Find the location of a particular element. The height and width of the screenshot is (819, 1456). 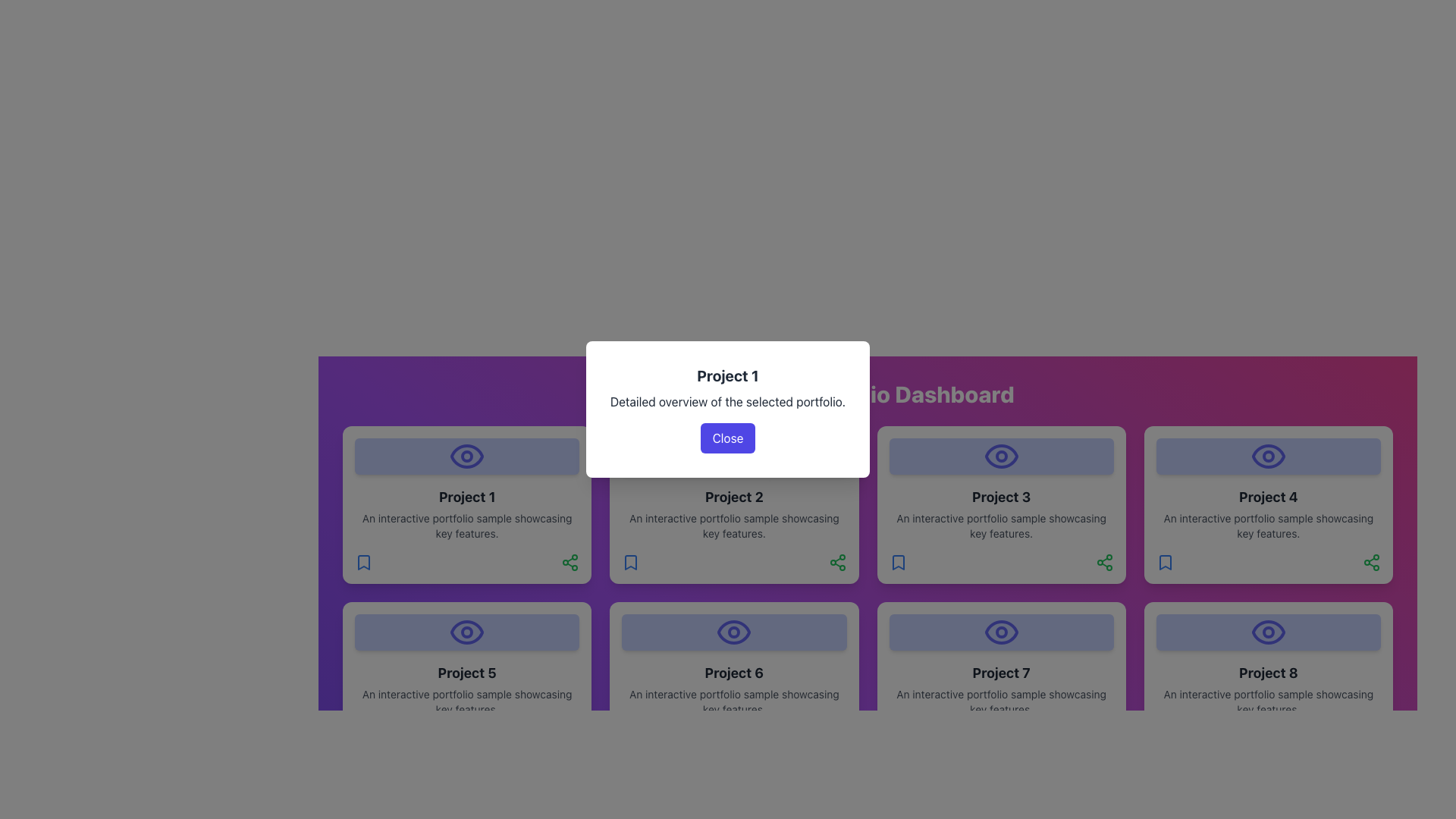

the Portfolio card located in the second row of the grid layout, positioned between 'Project 2' and 'Project 7', to gather information about the project it represents is located at coordinates (734, 680).